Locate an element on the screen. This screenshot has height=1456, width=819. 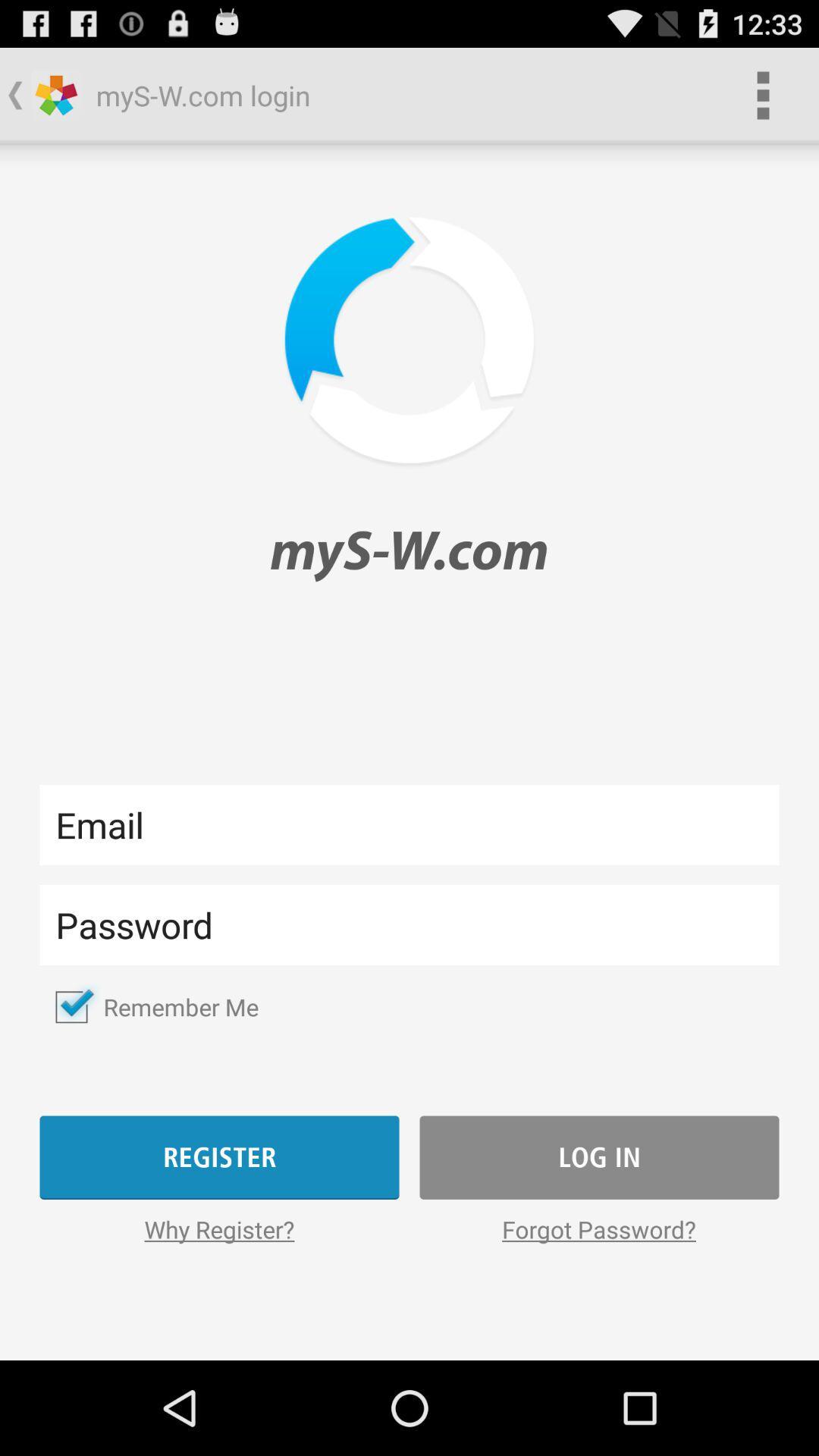
email address is located at coordinates (409, 824).